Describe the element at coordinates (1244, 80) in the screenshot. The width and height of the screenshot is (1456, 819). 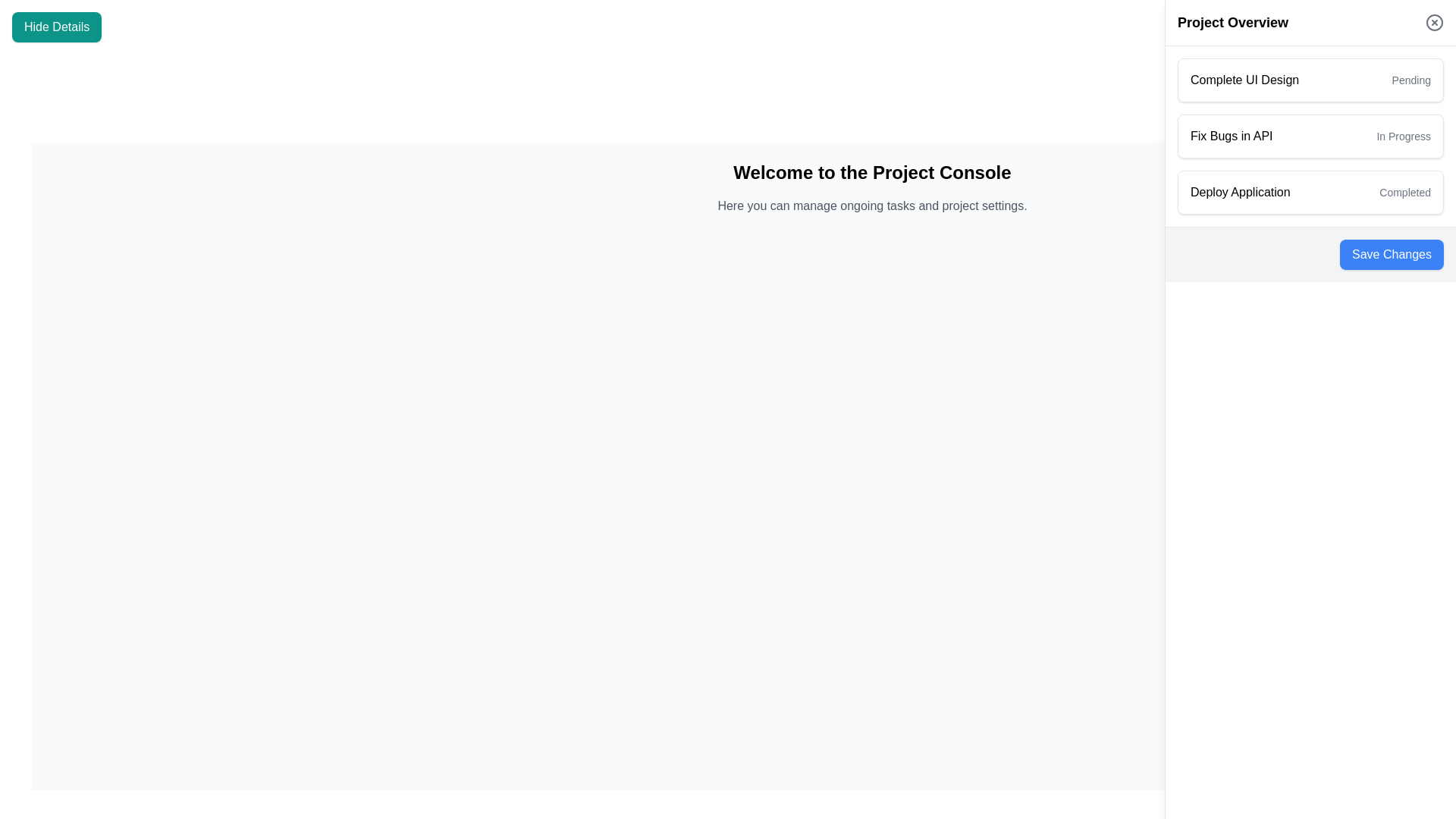
I see `the 'Complete UI Design' label element, which is located at the top right of the interface within the 'Project Overview' section, styled with a border and shadow effects` at that location.